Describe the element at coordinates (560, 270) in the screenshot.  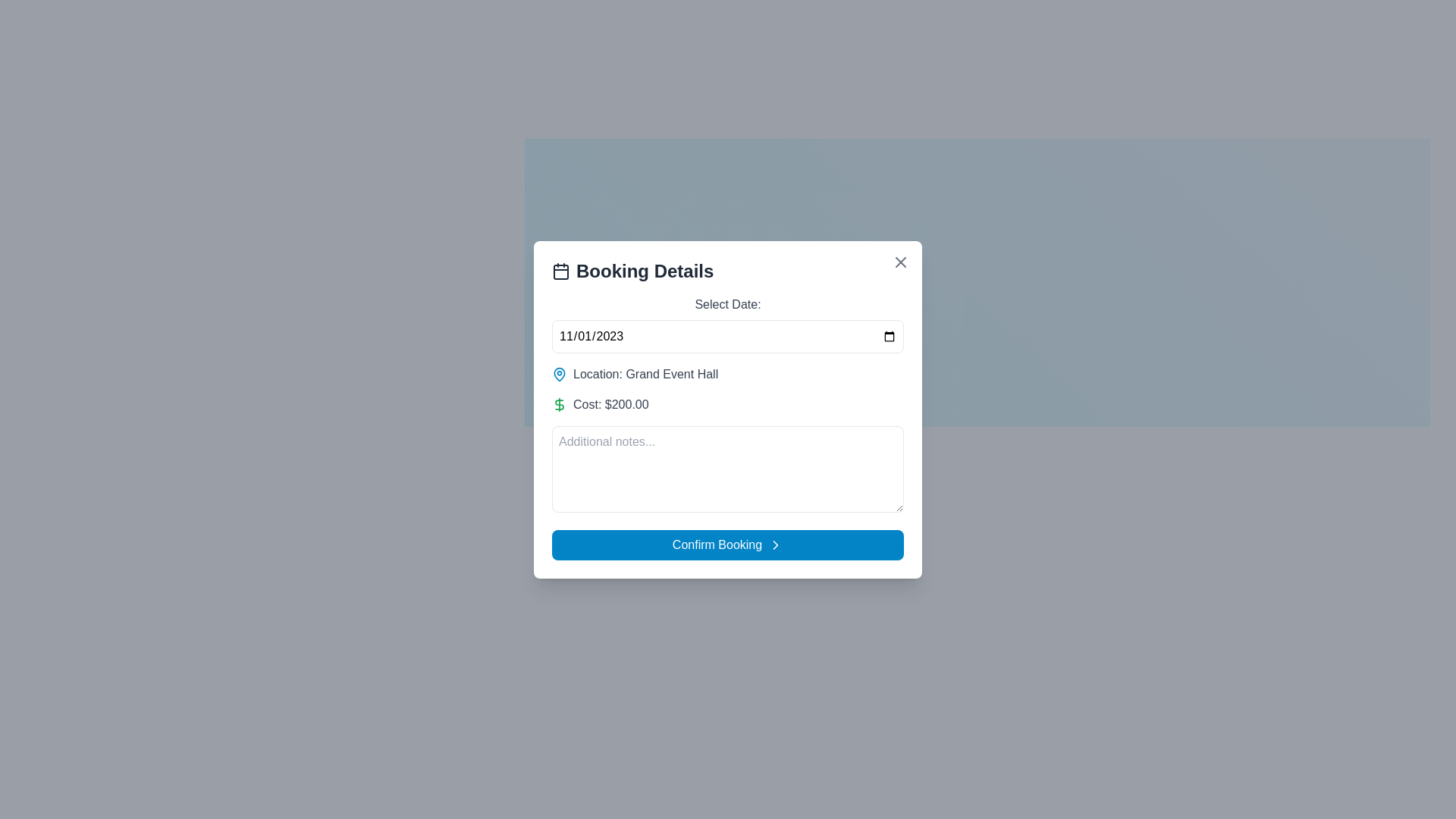
I see `the calendar icon located to the left of the 'Booking Details' text` at that location.